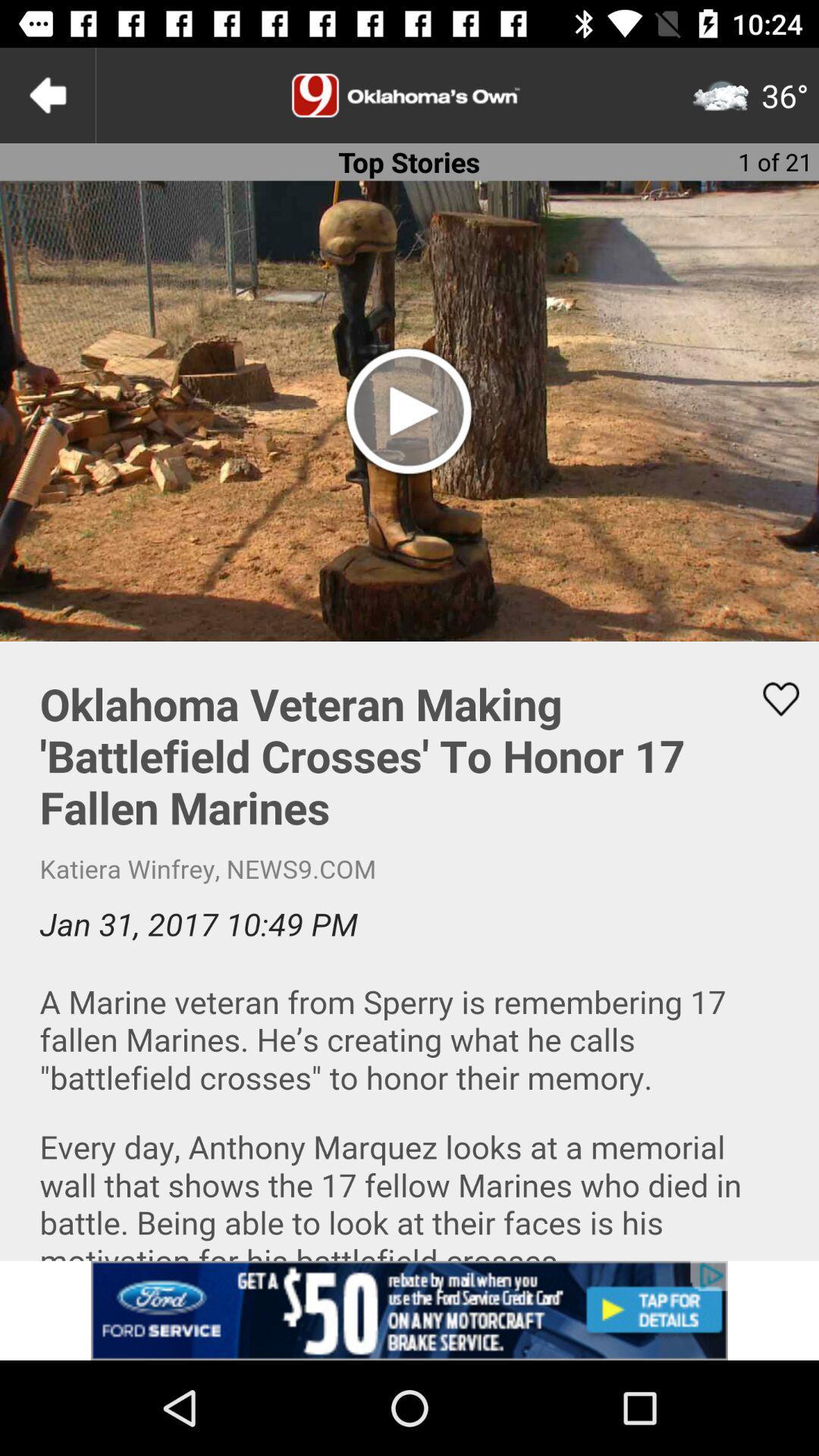 The height and width of the screenshot is (1456, 819). What do you see at coordinates (771, 698) in the screenshot?
I see `adds story to favorites` at bounding box center [771, 698].